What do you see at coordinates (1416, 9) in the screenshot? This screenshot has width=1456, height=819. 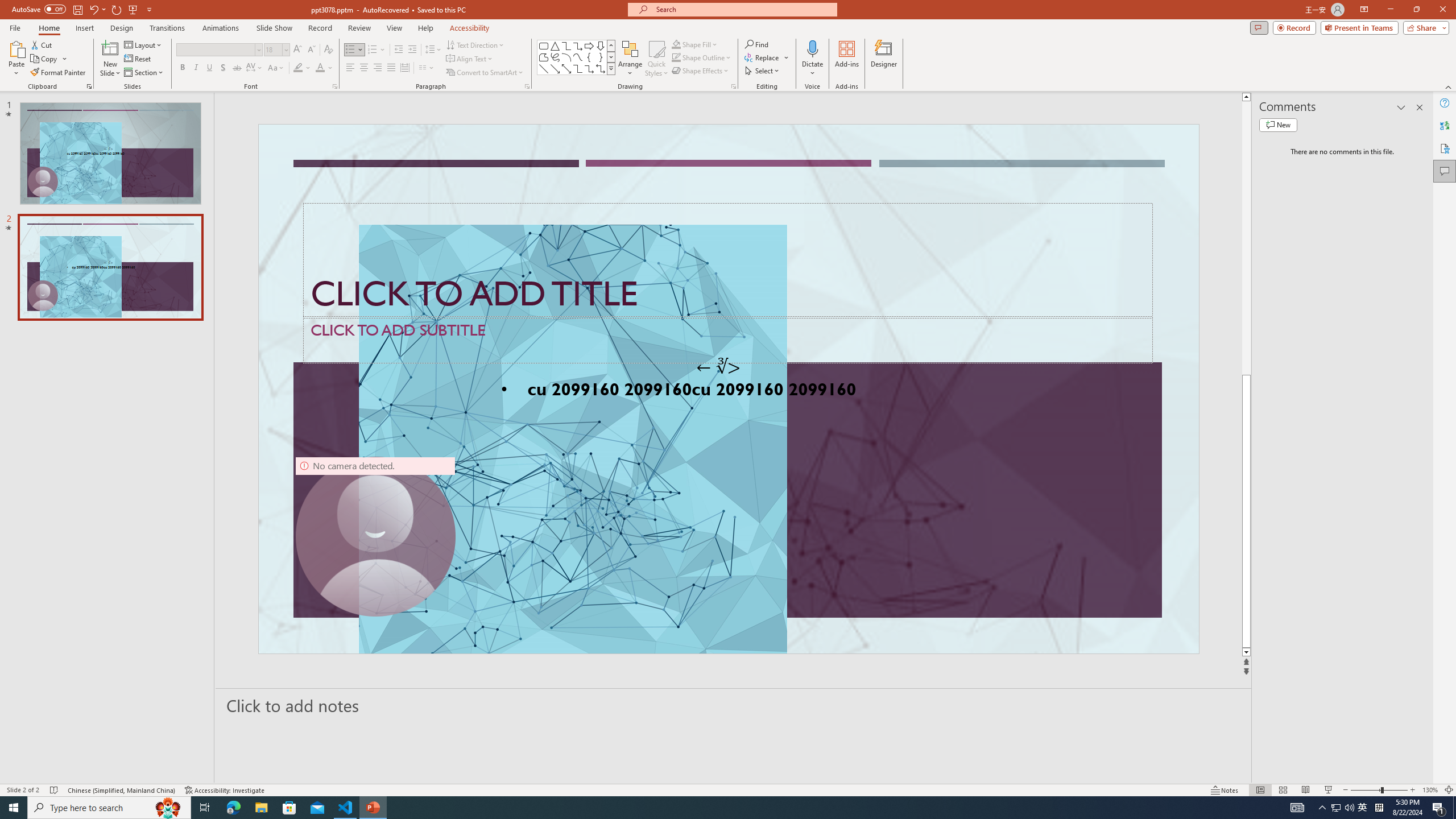 I see `'Restore Down'` at bounding box center [1416, 9].